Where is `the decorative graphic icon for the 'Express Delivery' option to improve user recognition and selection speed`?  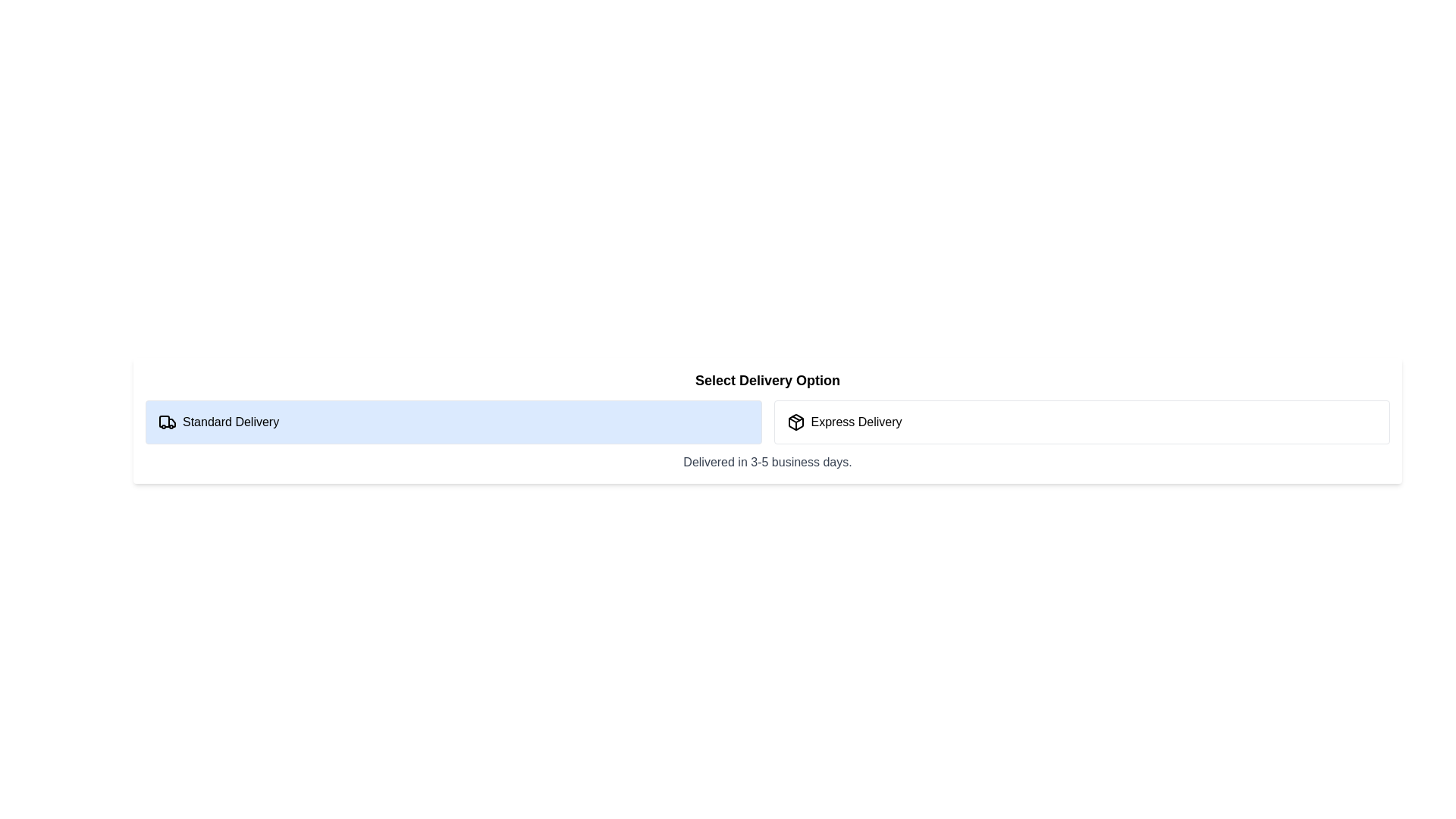
the decorative graphic icon for the 'Express Delivery' option to improve user recognition and selection speed is located at coordinates (795, 422).